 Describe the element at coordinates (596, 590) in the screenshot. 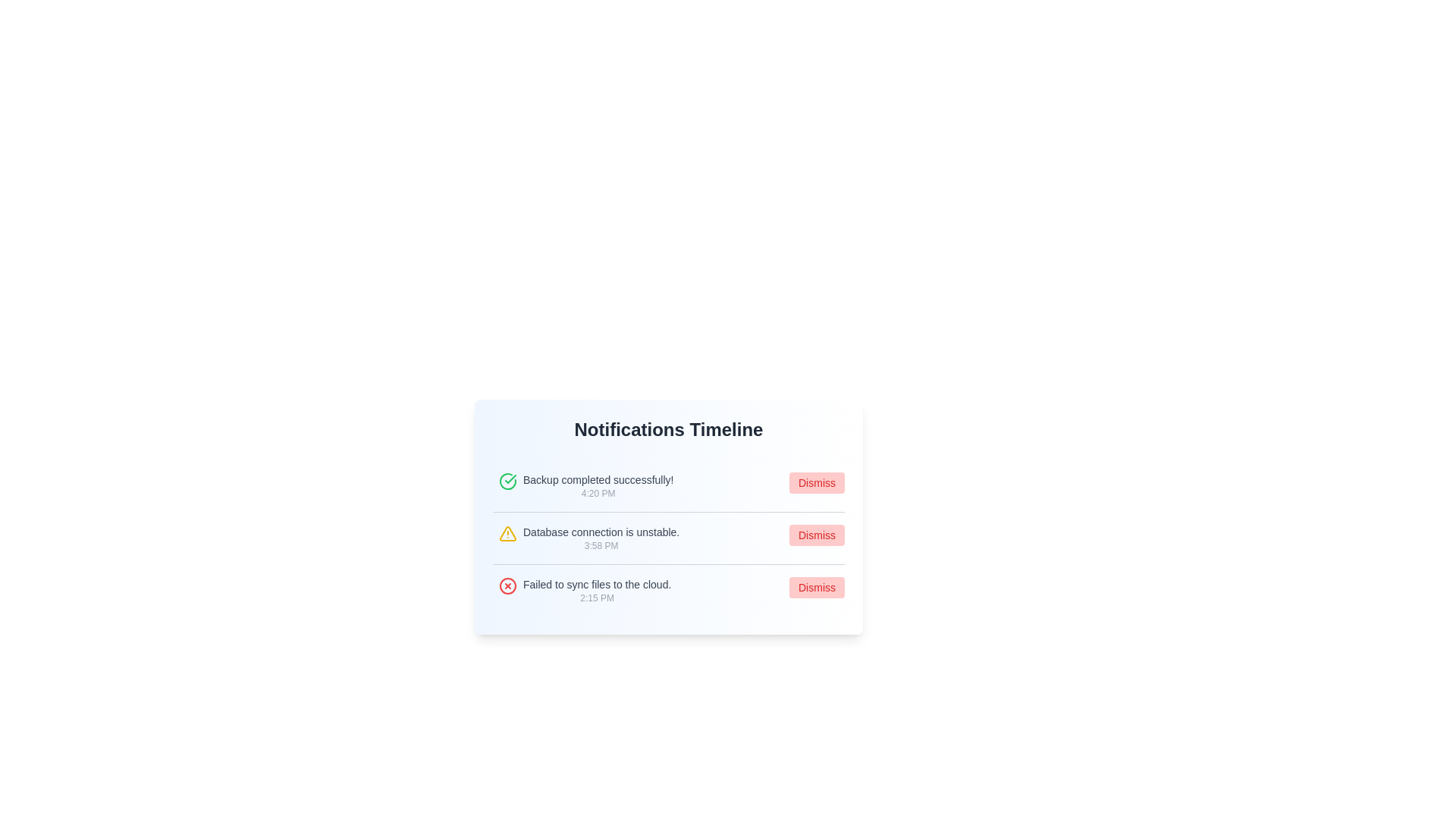

I see `textual notification stating 'Failed to sync files to the cloud.' located in the 'Notifications Timeline' panel, which is the third notification in the list` at that location.